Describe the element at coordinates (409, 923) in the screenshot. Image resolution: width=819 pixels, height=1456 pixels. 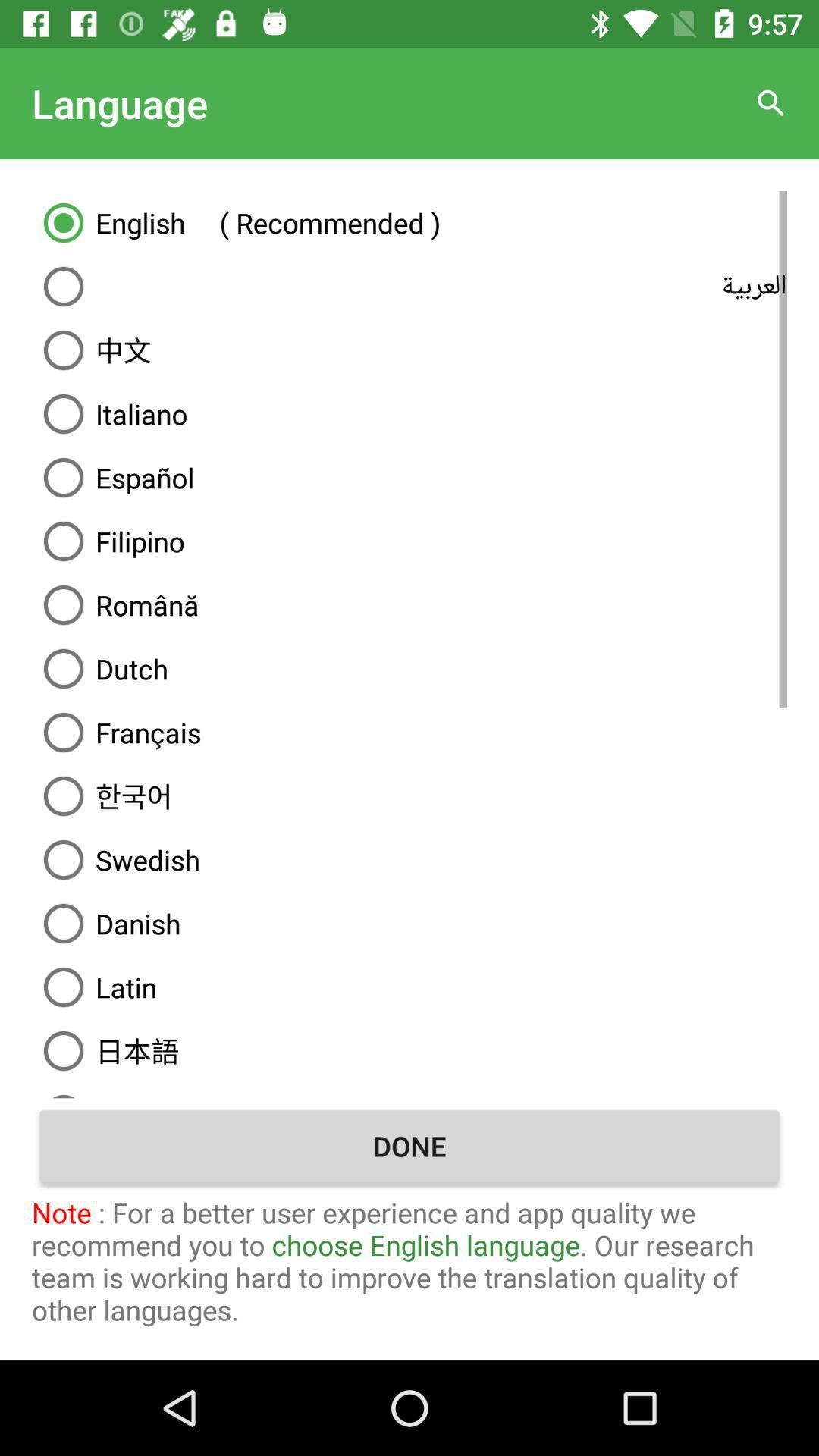
I see `danish` at that location.